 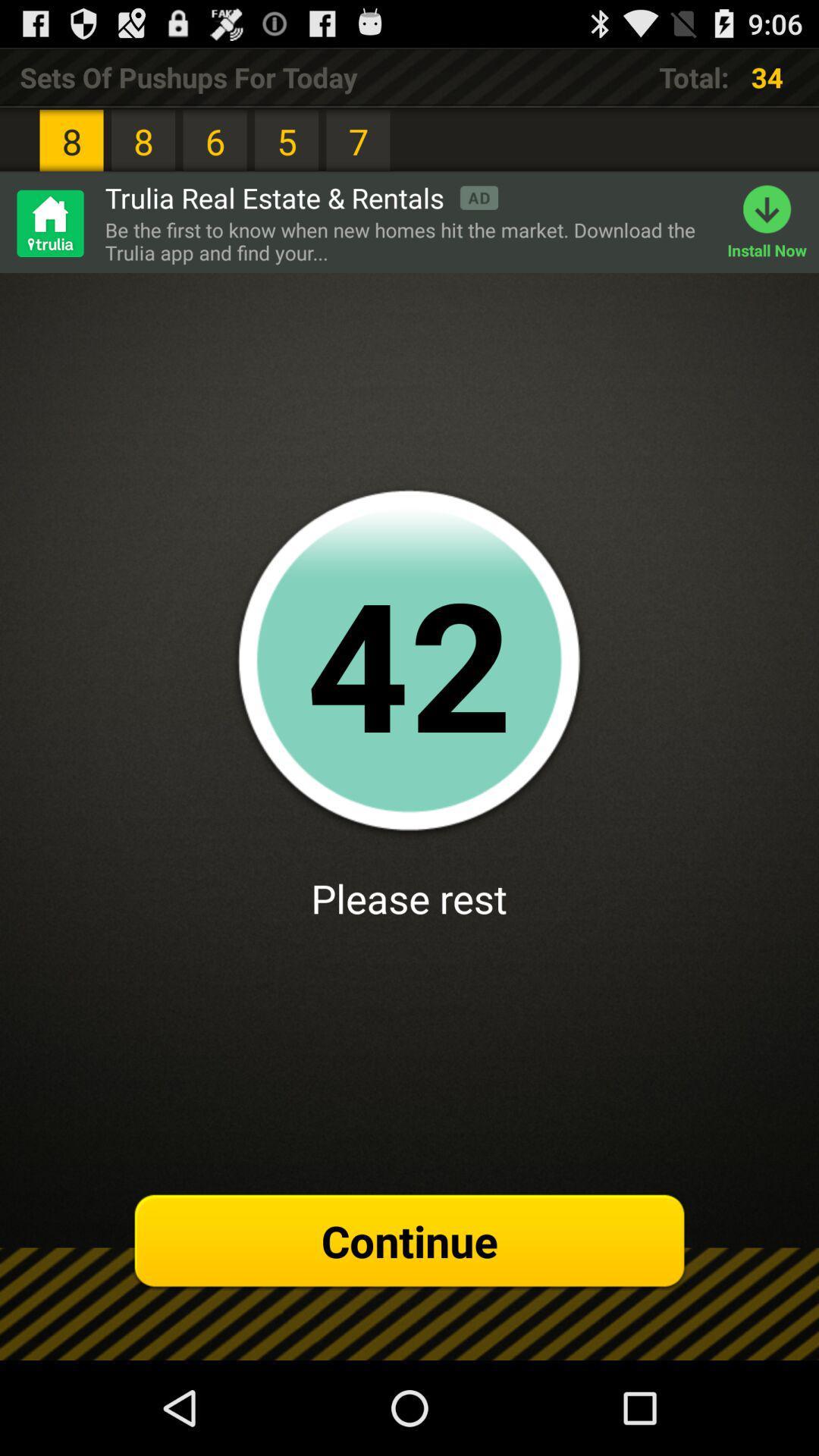 What do you see at coordinates (301, 196) in the screenshot?
I see `the icon above the be the first app` at bounding box center [301, 196].